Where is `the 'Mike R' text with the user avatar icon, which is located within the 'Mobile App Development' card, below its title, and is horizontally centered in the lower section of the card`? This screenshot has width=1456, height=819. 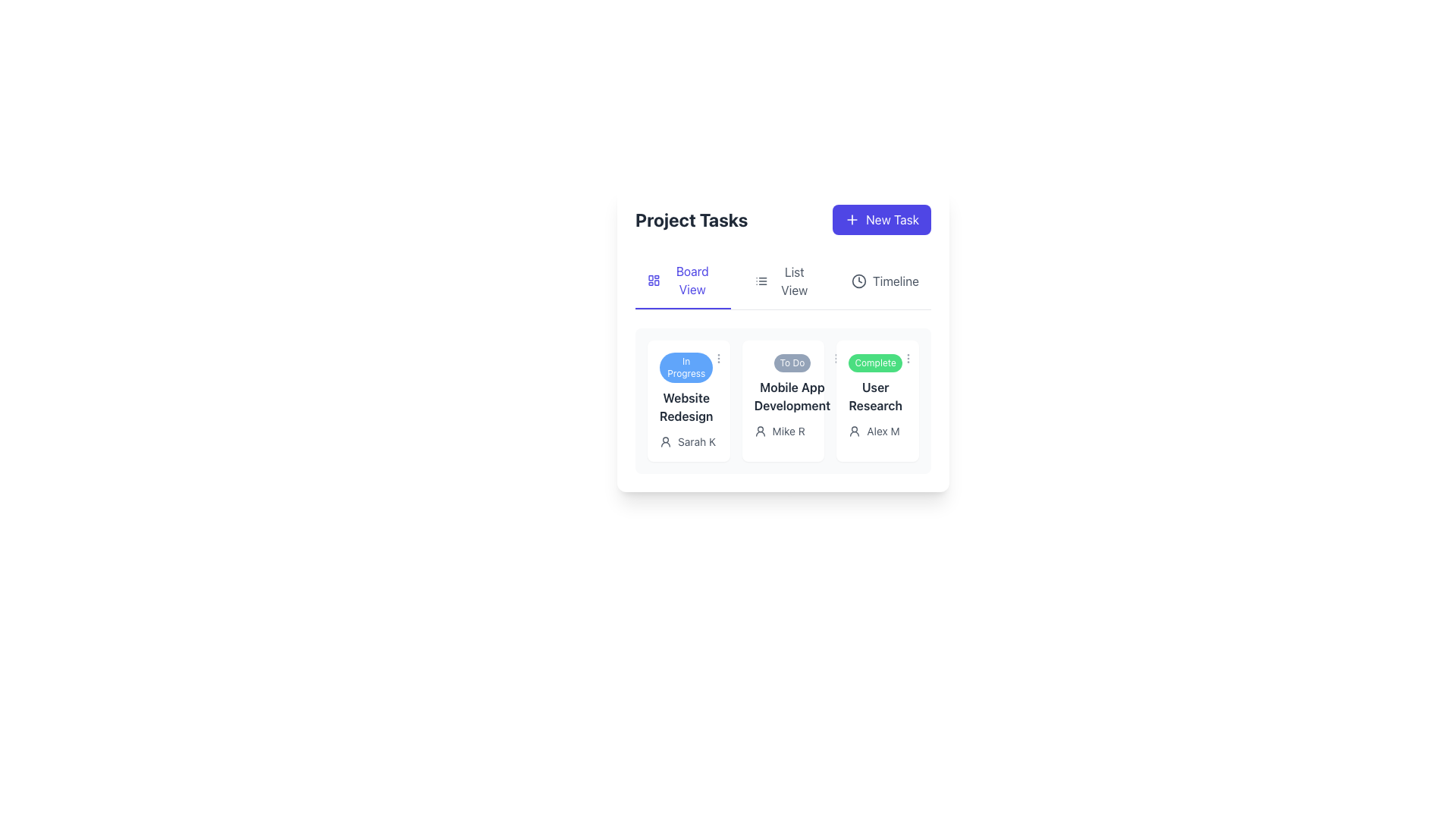
the 'Mike R' text with the user avatar icon, which is located within the 'Mobile App Development' card, below its title, and is horizontally centered in the lower section of the card is located at coordinates (783, 431).